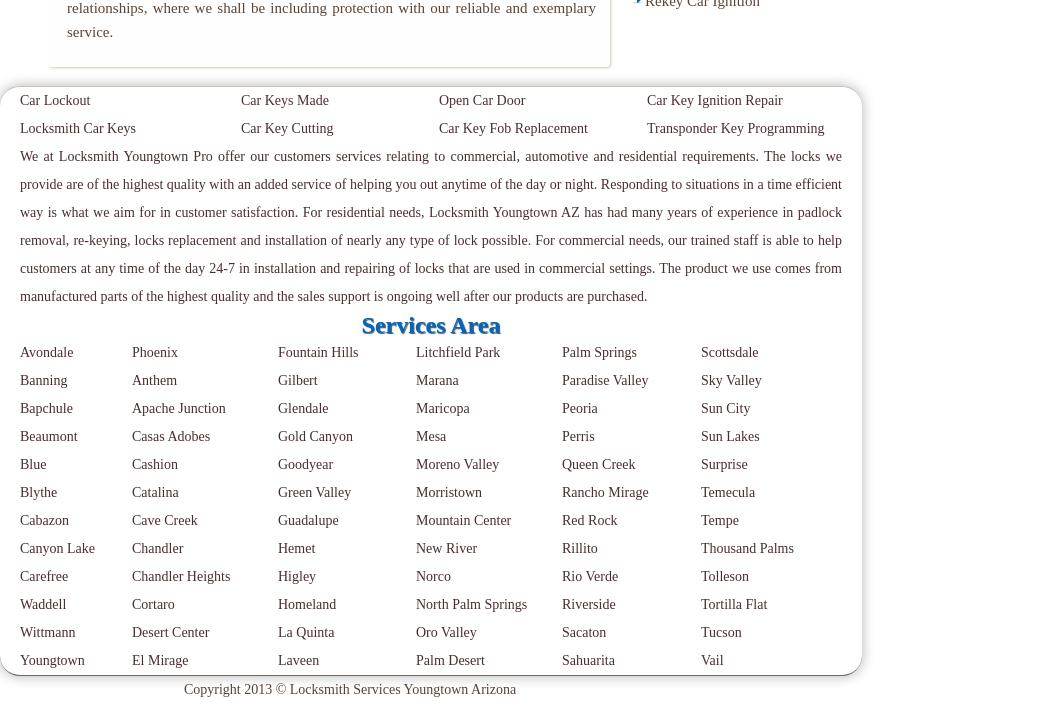 Image resolution: width=1040 pixels, height=722 pixels. I want to click on 'New River', so click(446, 547).